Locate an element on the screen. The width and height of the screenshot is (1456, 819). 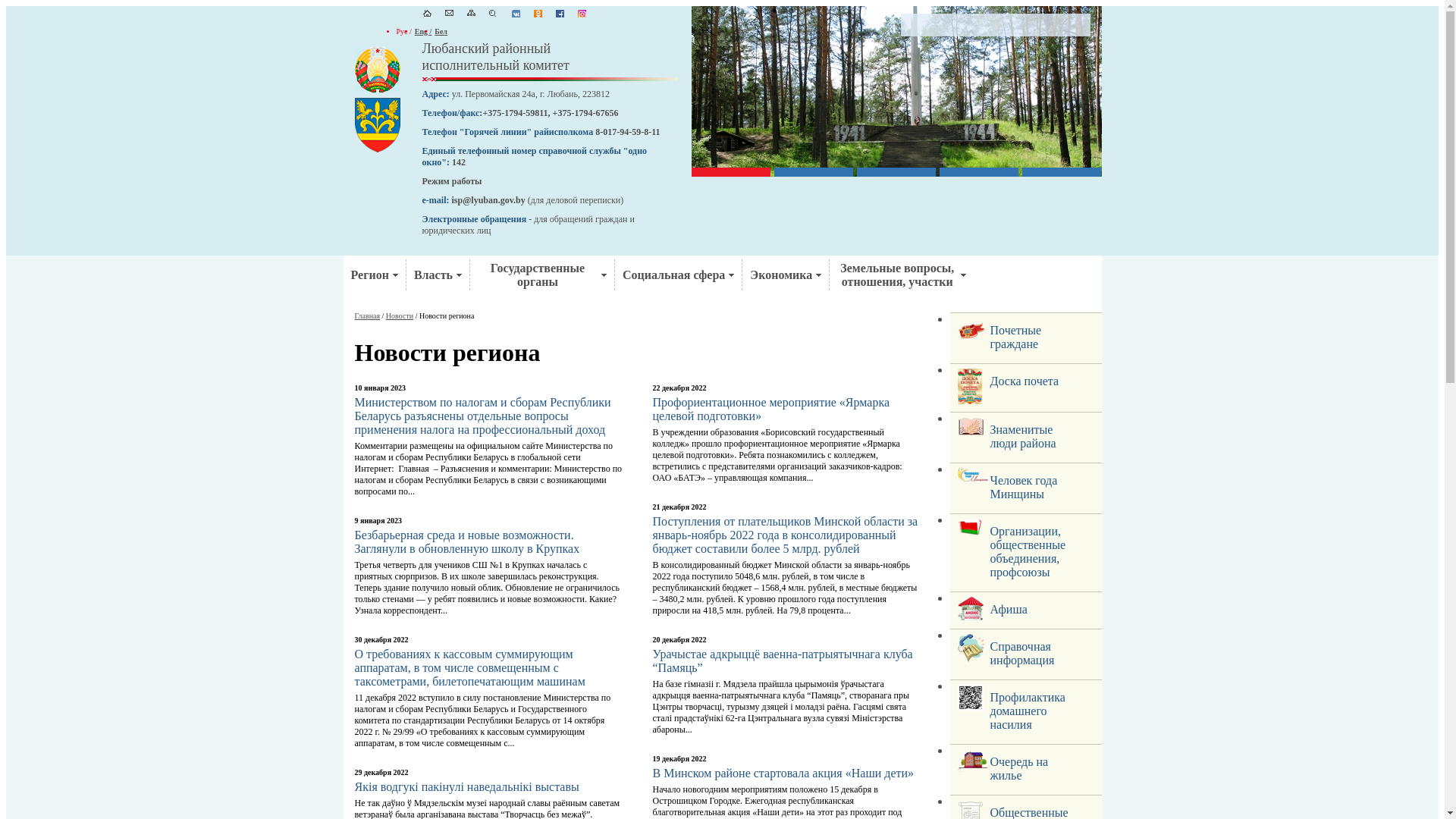
'instagram' is located at coordinates (577, 14).